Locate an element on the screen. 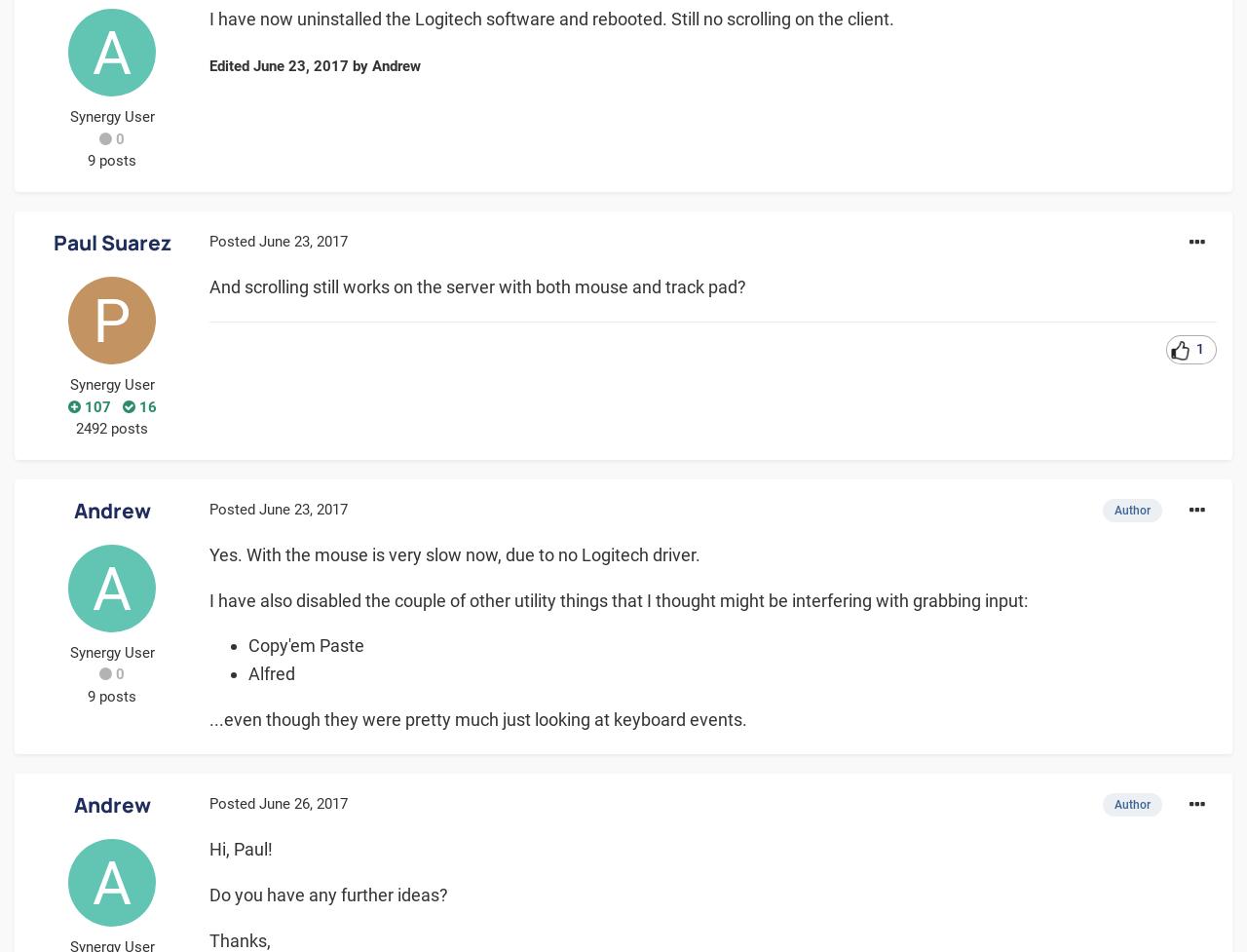 The height and width of the screenshot is (952, 1247). 'Do you have any further ideas?' is located at coordinates (209, 893).